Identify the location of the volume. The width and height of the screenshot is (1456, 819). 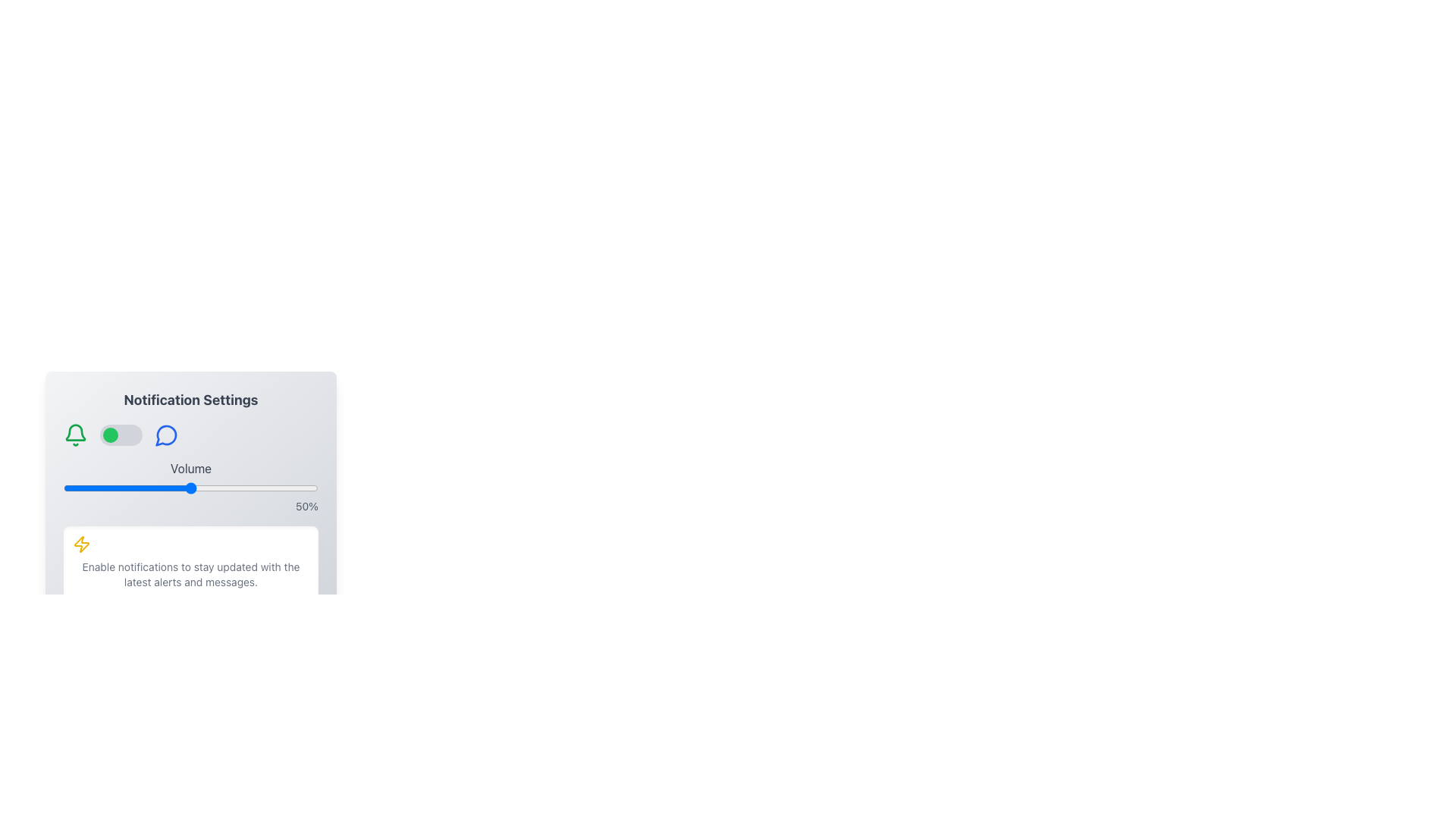
(182, 488).